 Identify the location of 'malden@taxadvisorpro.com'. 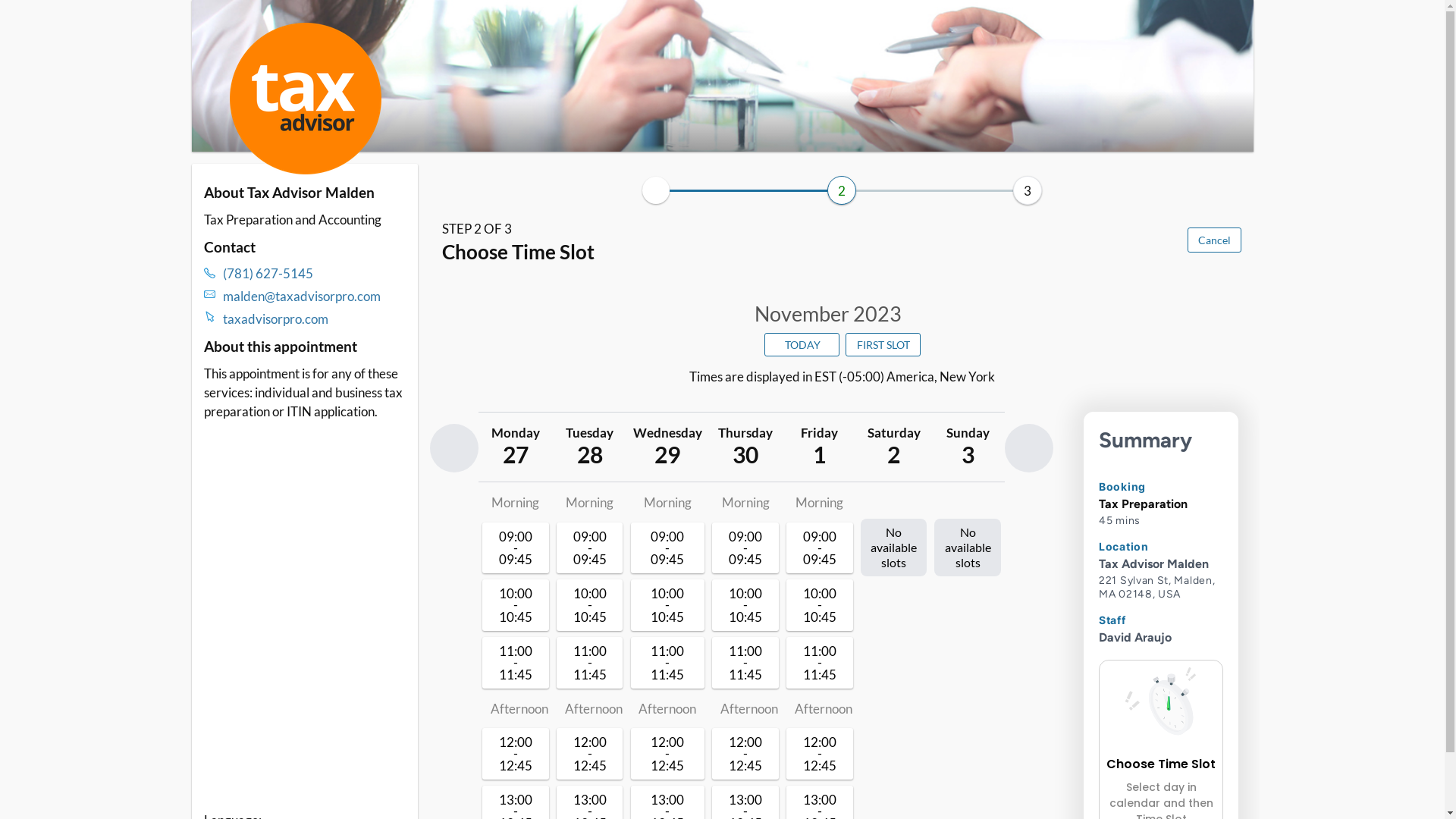
(221, 296).